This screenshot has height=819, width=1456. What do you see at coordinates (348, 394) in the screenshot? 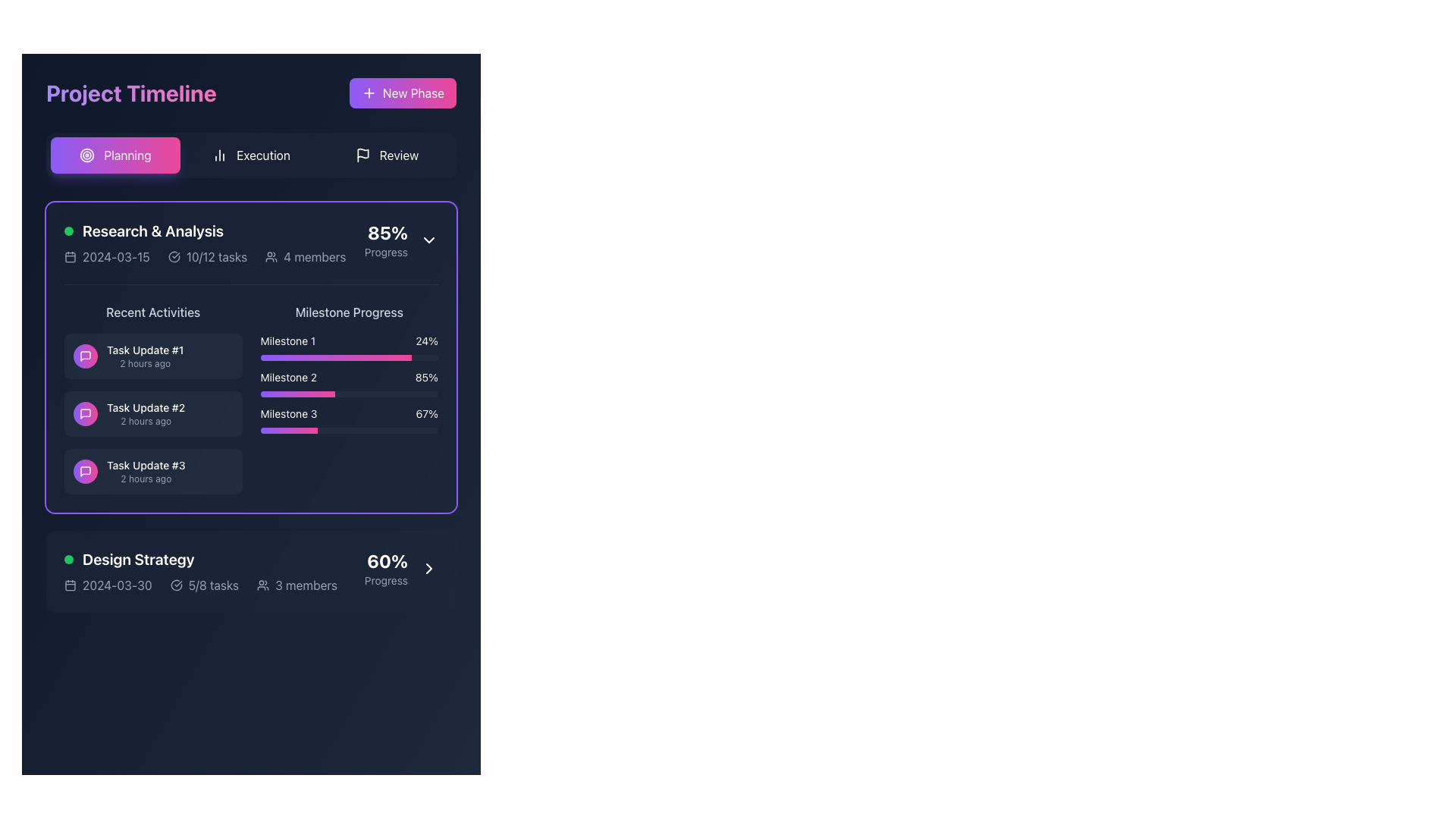
I see `the second progress bar in the 'Milestone Progress' section of the 'Research & Analysis' card, which is styled as a thin, rounded rectangle with a gradient from violet to pink indicating 42% progress` at bounding box center [348, 394].